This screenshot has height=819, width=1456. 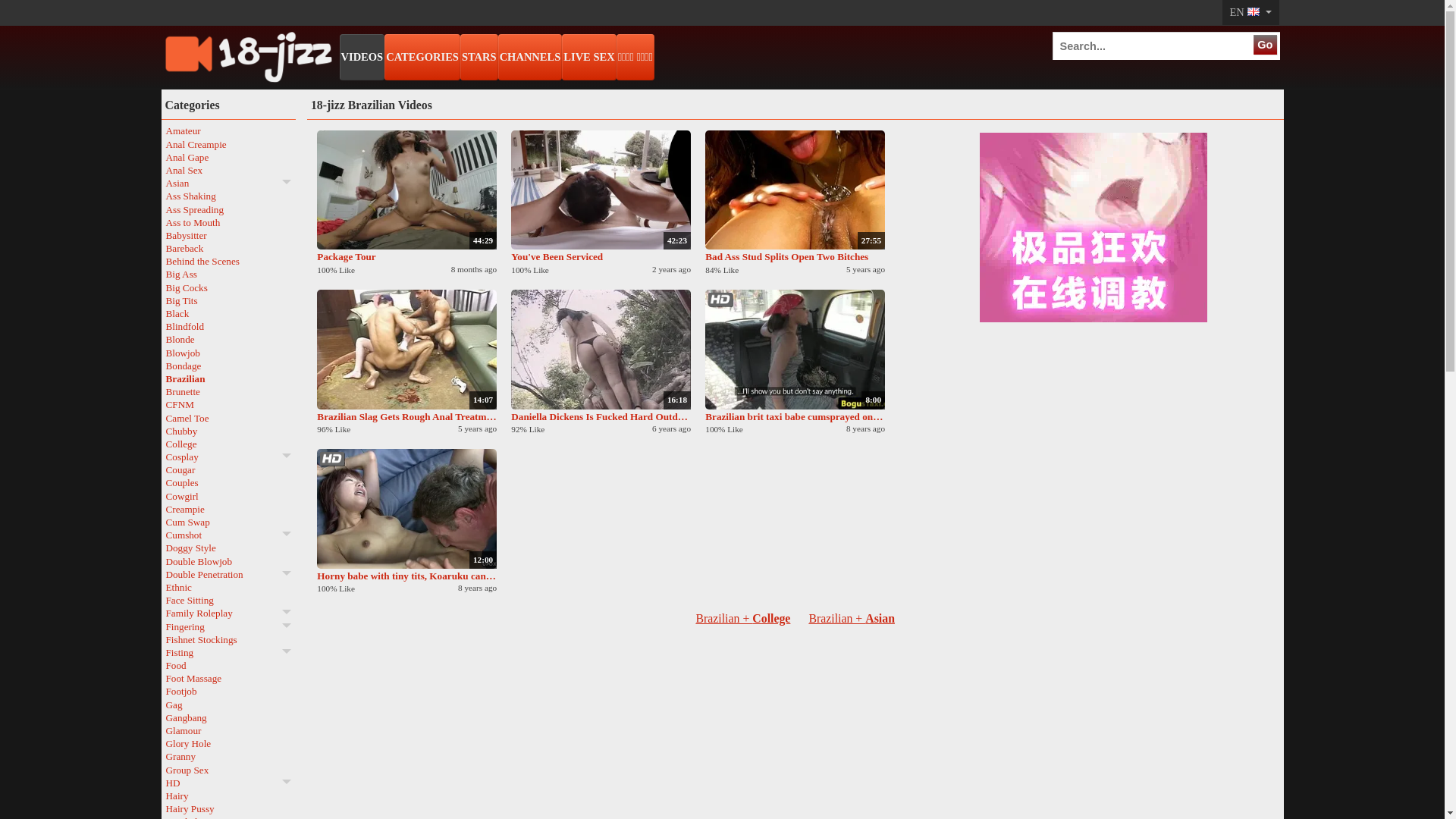 I want to click on 'HD', so click(x=227, y=783).